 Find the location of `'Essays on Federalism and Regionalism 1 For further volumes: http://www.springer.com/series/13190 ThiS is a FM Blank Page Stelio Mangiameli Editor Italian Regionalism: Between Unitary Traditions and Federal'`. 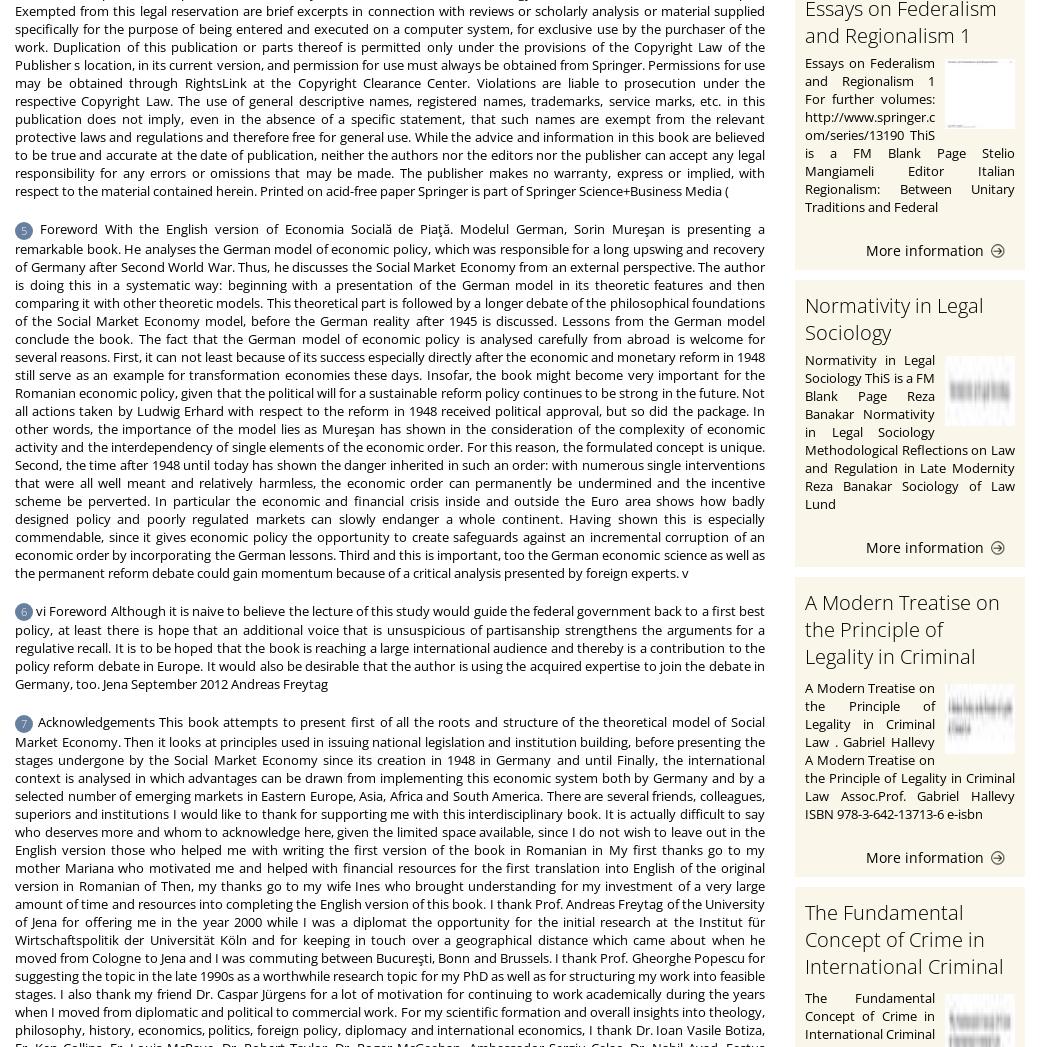

'Essays on Federalism and Regionalism 1 For further volumes: http://www.springer.com/series/13190 ThiS is a FM Blank Page Stelio Mangiameli Editor Italian Regionalism: Between Unitary Traditions and Federal' is located at coordinates (804, 133).